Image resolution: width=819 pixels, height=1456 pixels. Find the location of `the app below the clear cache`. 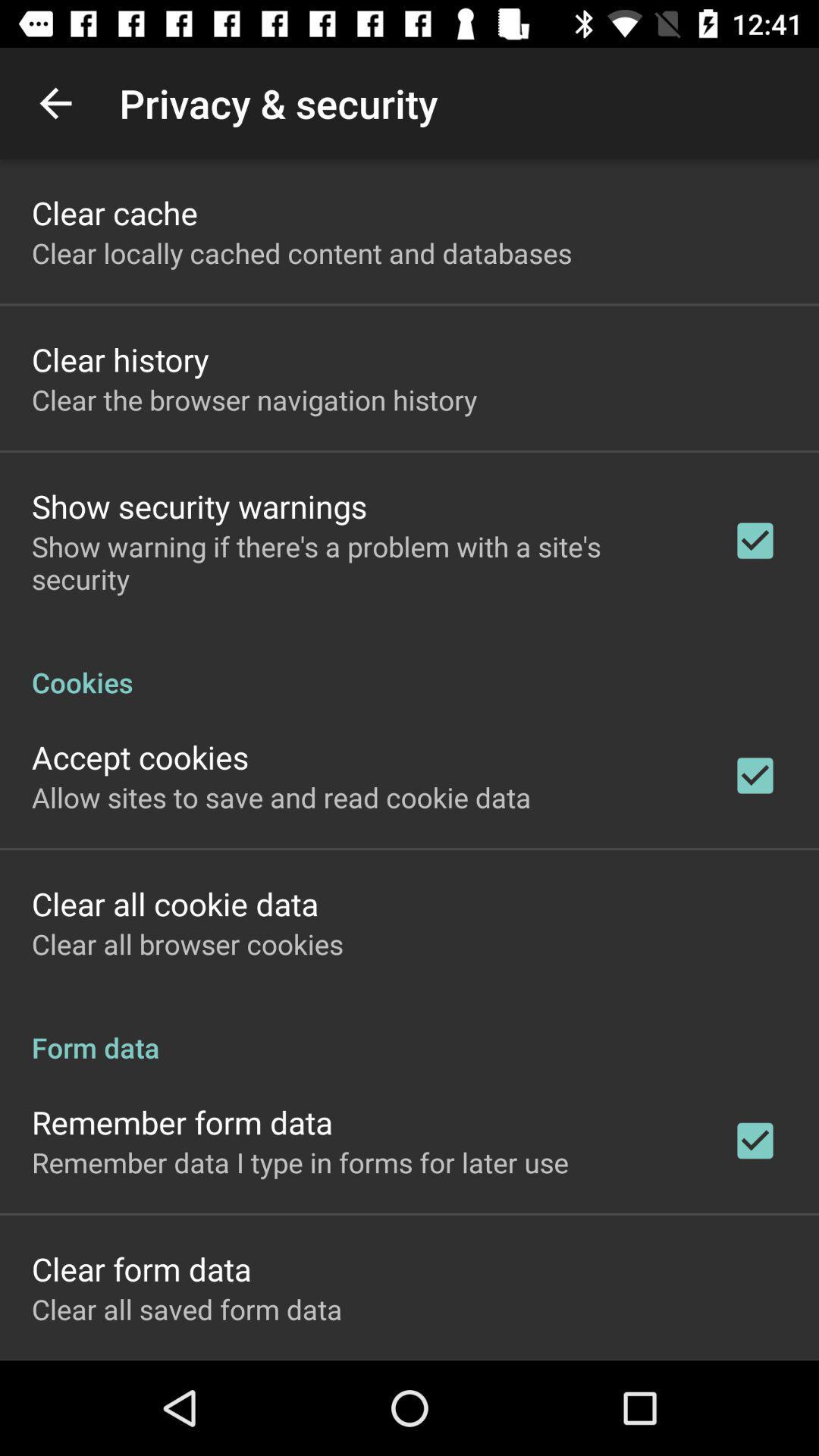

the app below the clear cache is located at coordinates (302, 253).